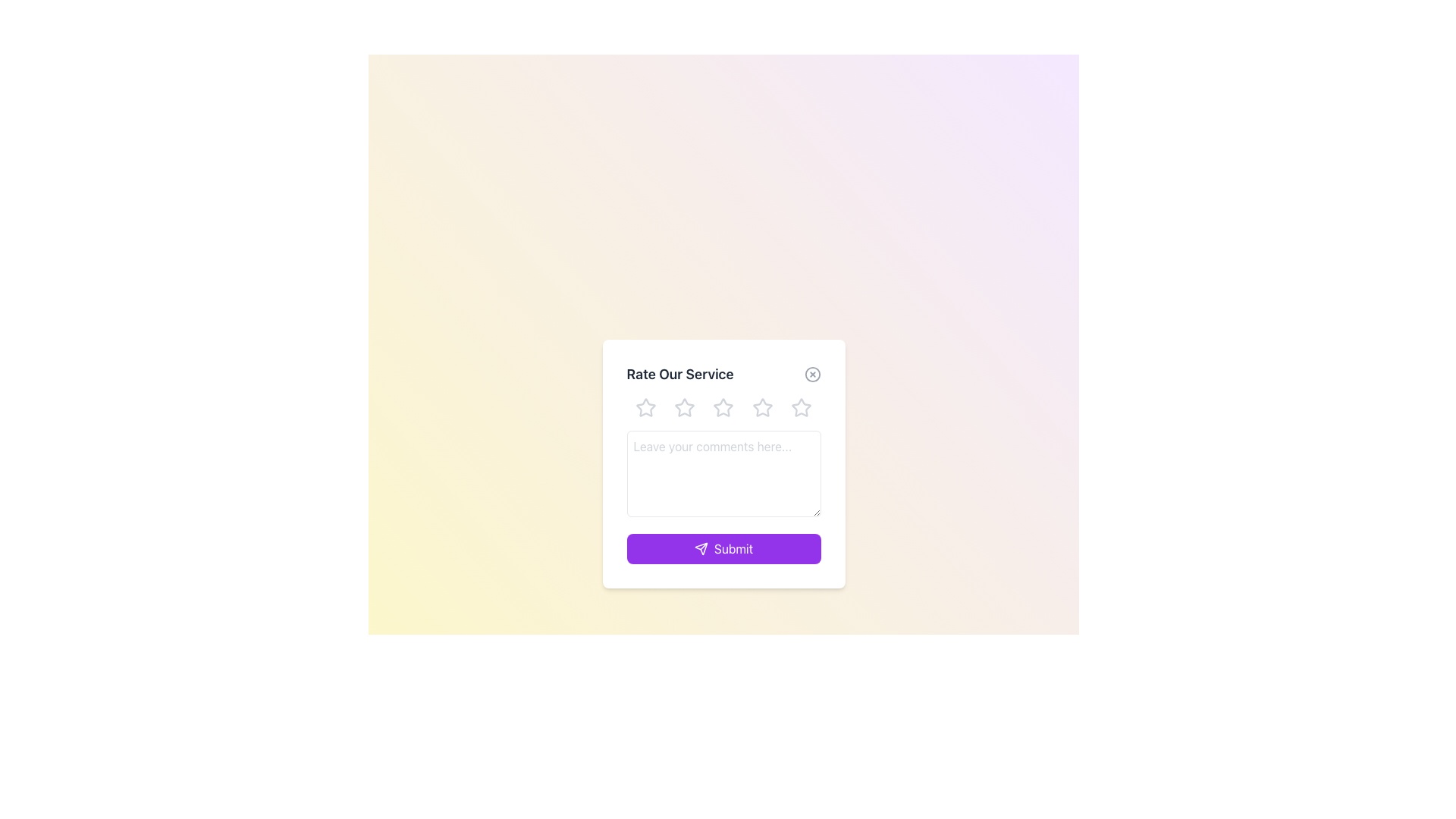 The height and width of the screenshot is (819, 1456). What do you see at coordinates (811, 374) in the screenshot?
I see `the small circular button icon with a cross inside, located at the top-right corner of the box containing the 'Rate Our Service' header` at bounding box center [811, 374].